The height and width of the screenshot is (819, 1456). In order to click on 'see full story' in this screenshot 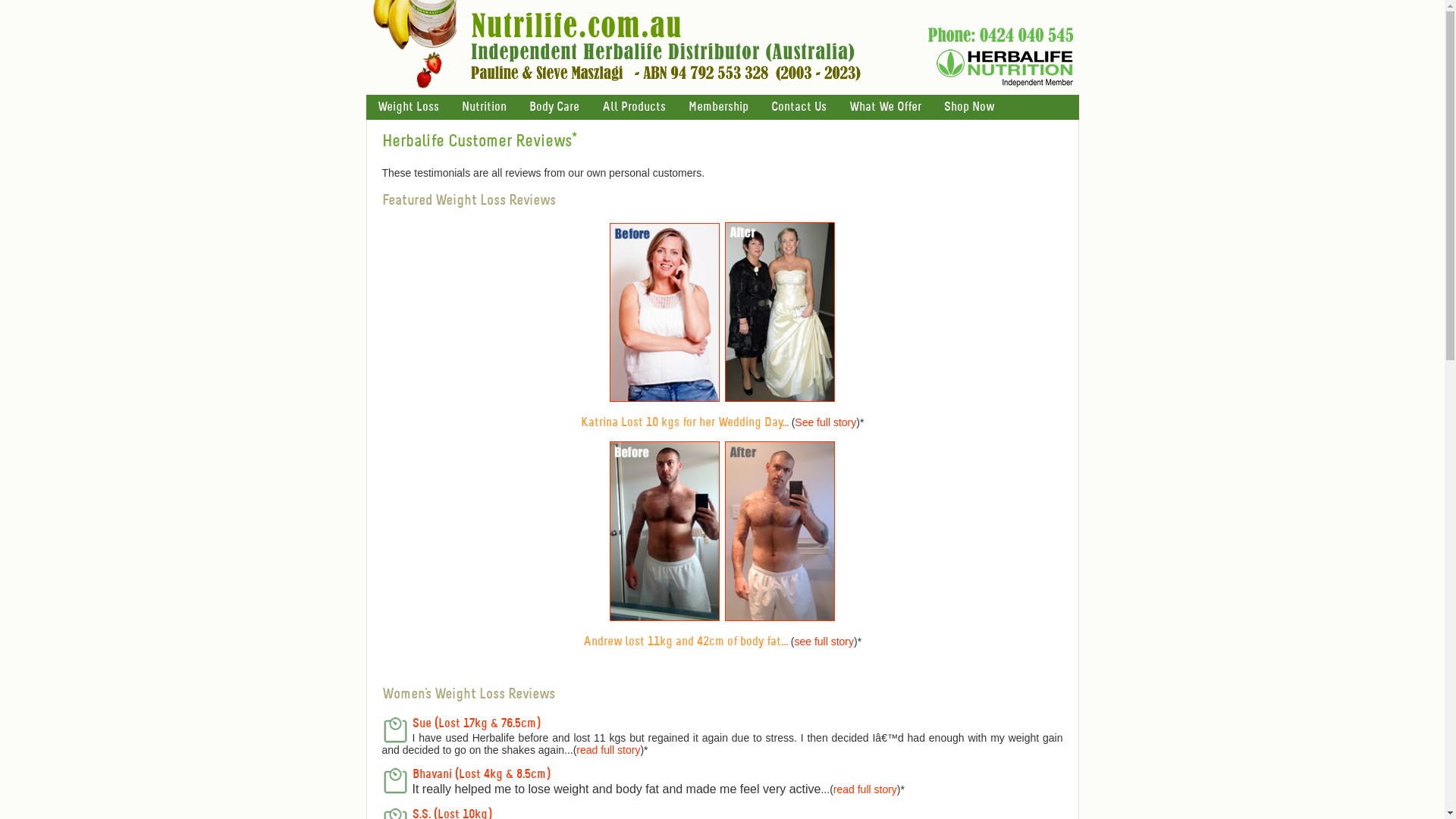, I will do `click(823, 641)`.